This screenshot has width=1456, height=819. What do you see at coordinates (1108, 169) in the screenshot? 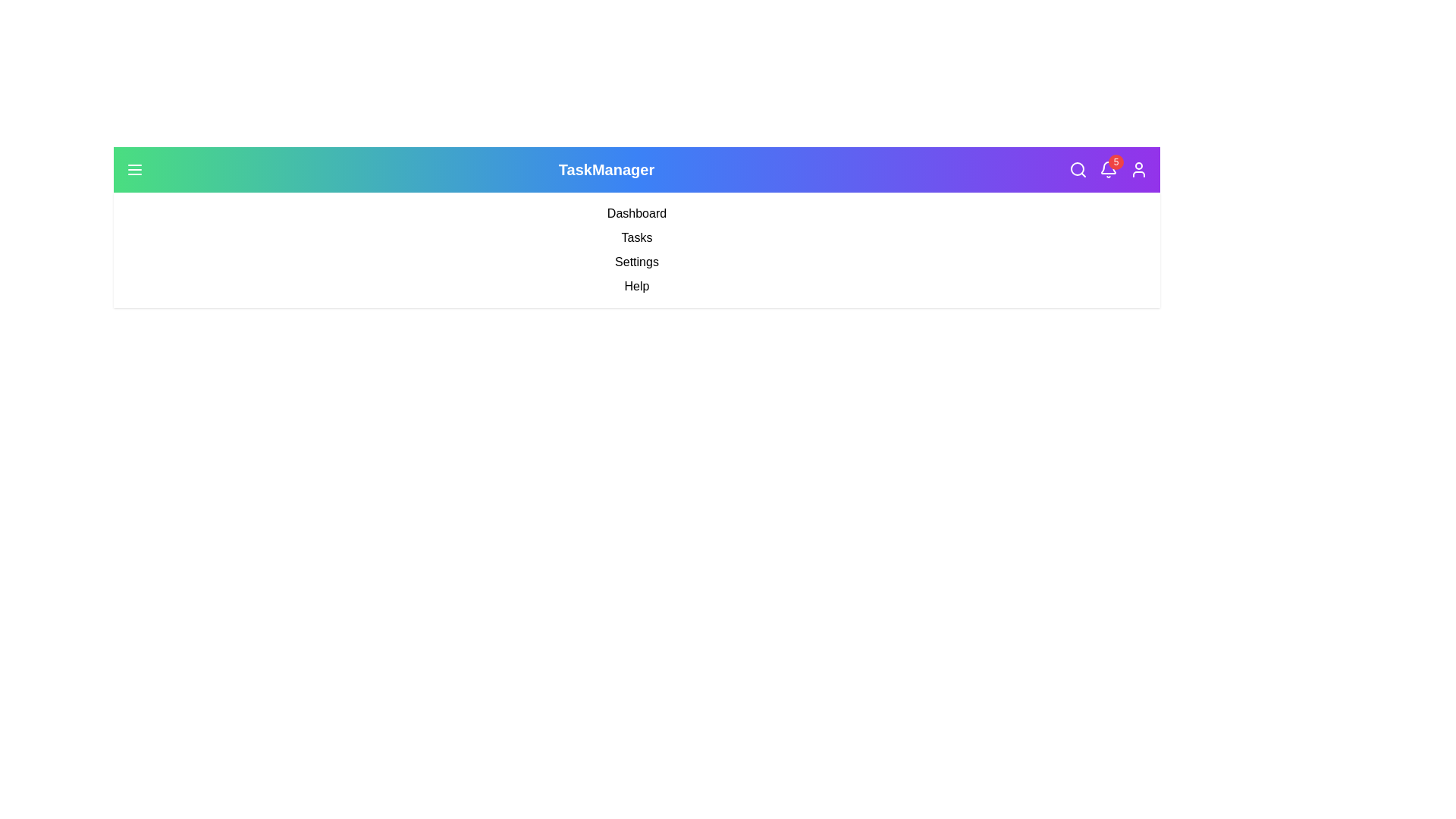
I see `the Notification Indicator located in the rightmost section of the top navigation bar` at bounding box center [1108, 169].